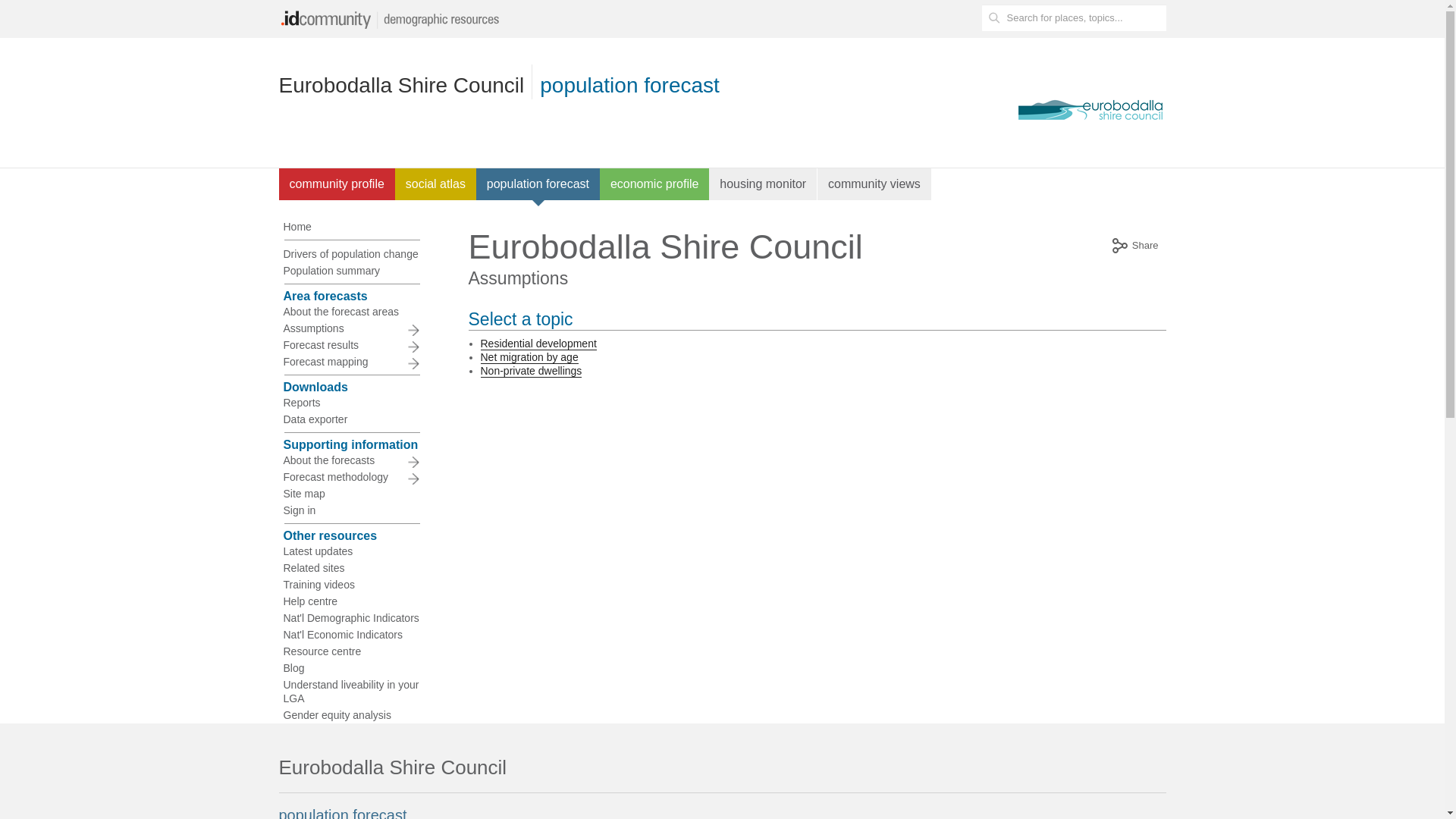 Image resolution: width=1456 pixels, height=819 pixels. Describe the element at coordinates (350, 419) in the screenshot. I see `'Data exporter'` at that location.